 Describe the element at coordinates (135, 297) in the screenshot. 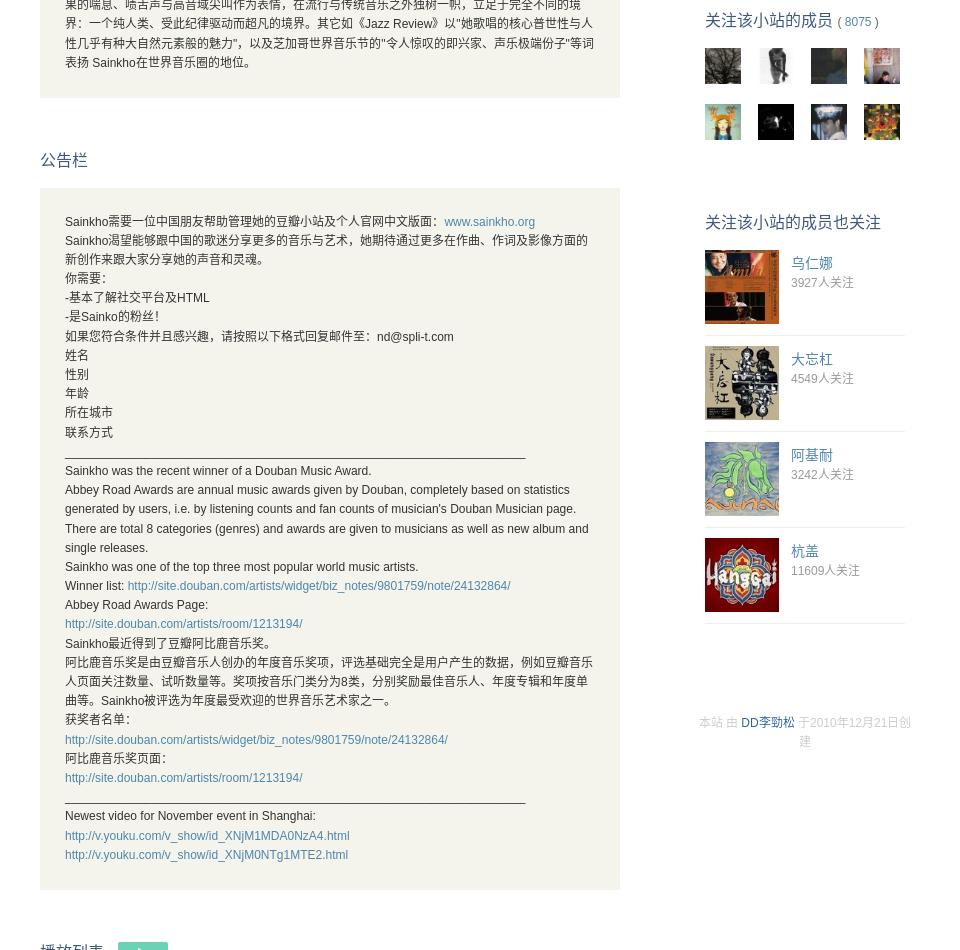

I see `'-基本了解社交平台及HTML'` at that location.